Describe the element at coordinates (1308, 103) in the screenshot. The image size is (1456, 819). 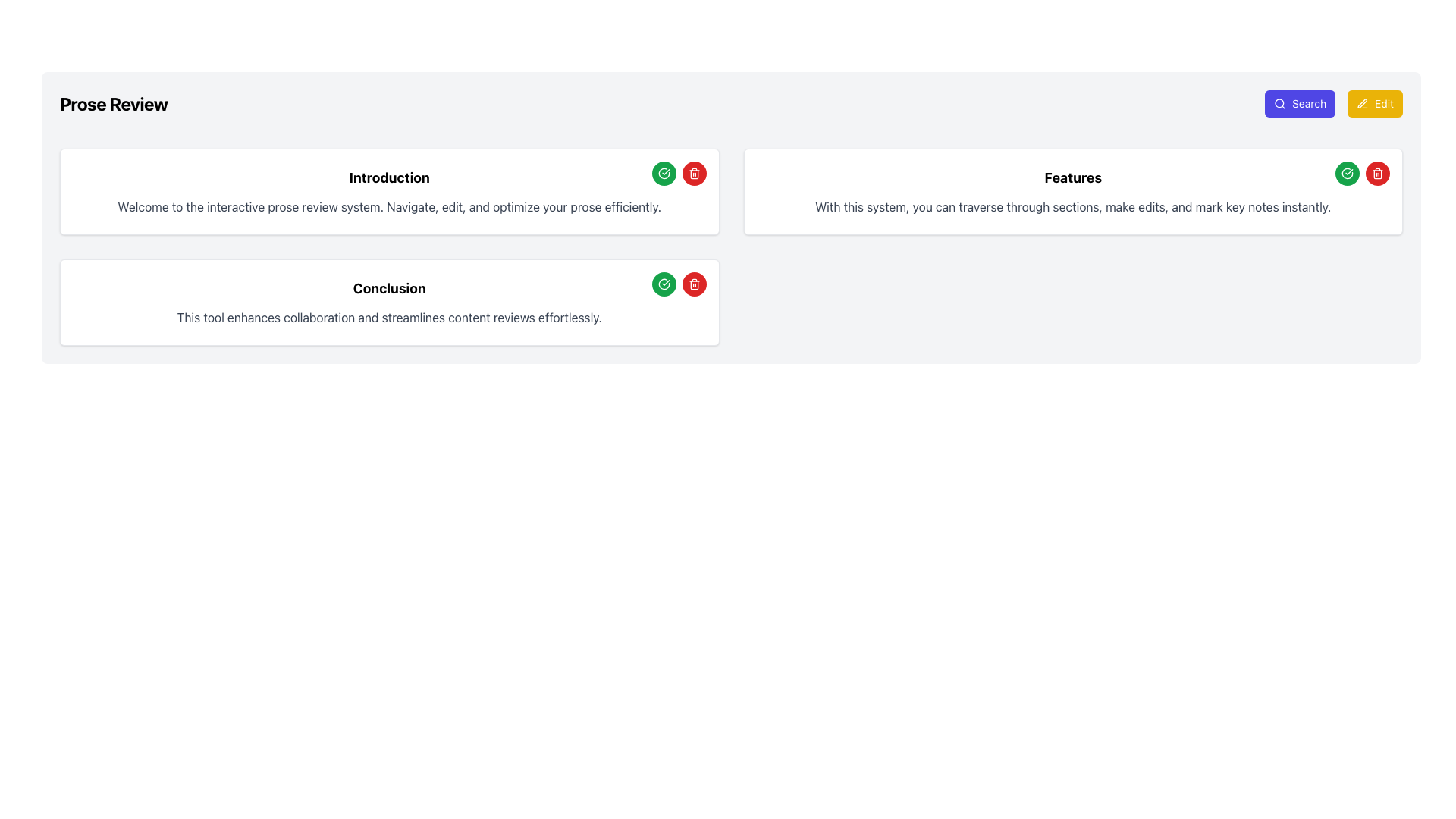
I see `on the 'Search' text label within the button in the upper-right corner` at that location.